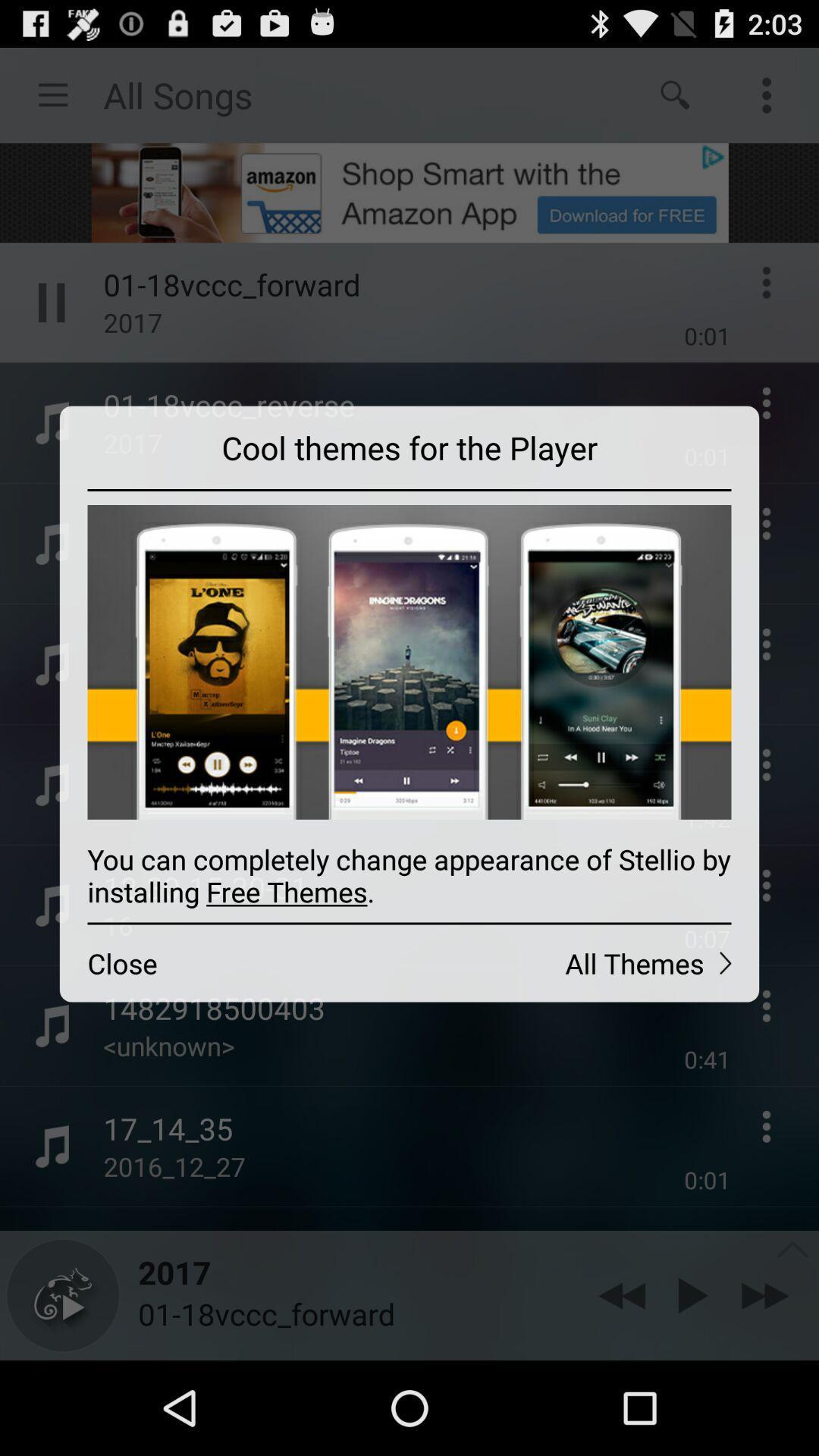  What do you see at coordinates (234, 962) in the screenshot?
I see `the close` at bounding box center [234, 962].